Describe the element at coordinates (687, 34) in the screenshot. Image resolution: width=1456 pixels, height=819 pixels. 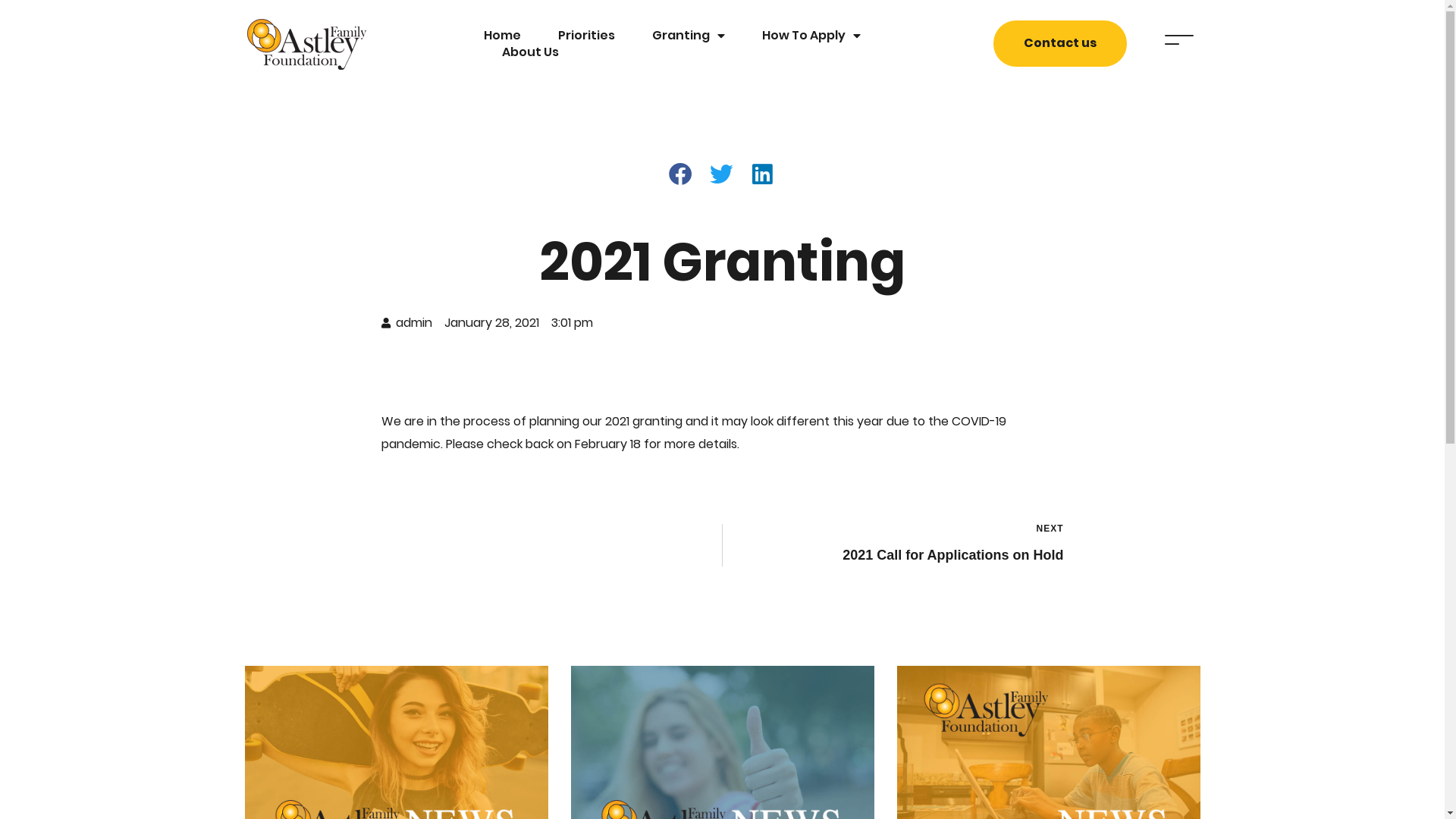
I see `'Granting'` at that location.